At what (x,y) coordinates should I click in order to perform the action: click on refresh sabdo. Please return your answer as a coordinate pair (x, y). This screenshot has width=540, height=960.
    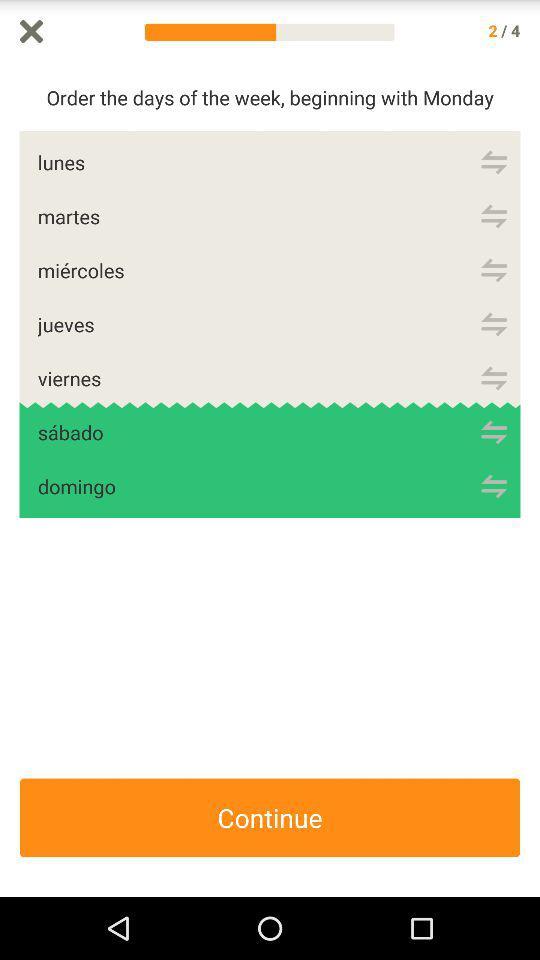
    Looking at the image, I should click on (493, 432).